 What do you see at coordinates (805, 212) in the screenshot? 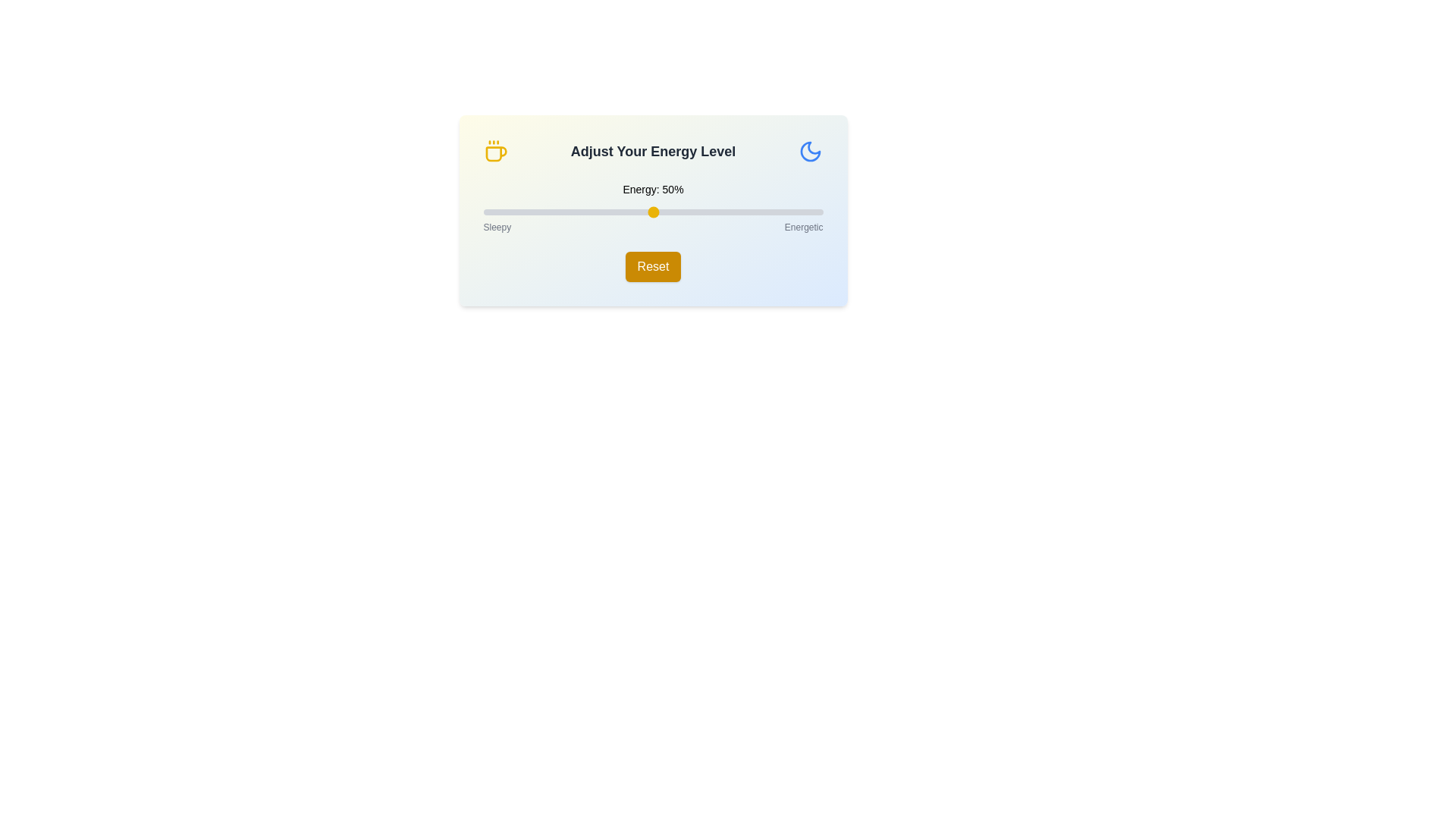
I see `the energy level slider to 95%` at bounding box center [805, 212].